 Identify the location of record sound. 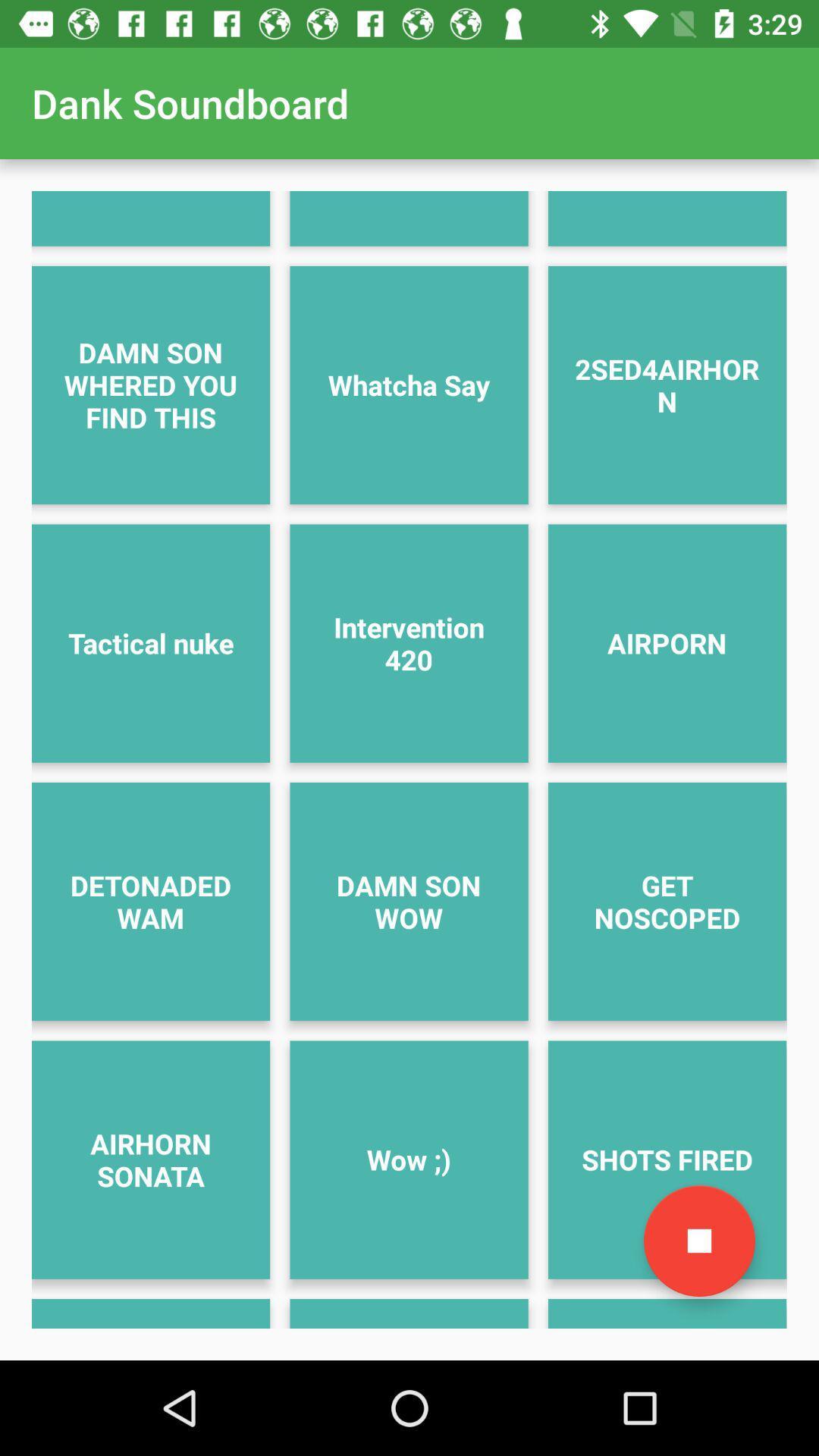
(699, 1241).